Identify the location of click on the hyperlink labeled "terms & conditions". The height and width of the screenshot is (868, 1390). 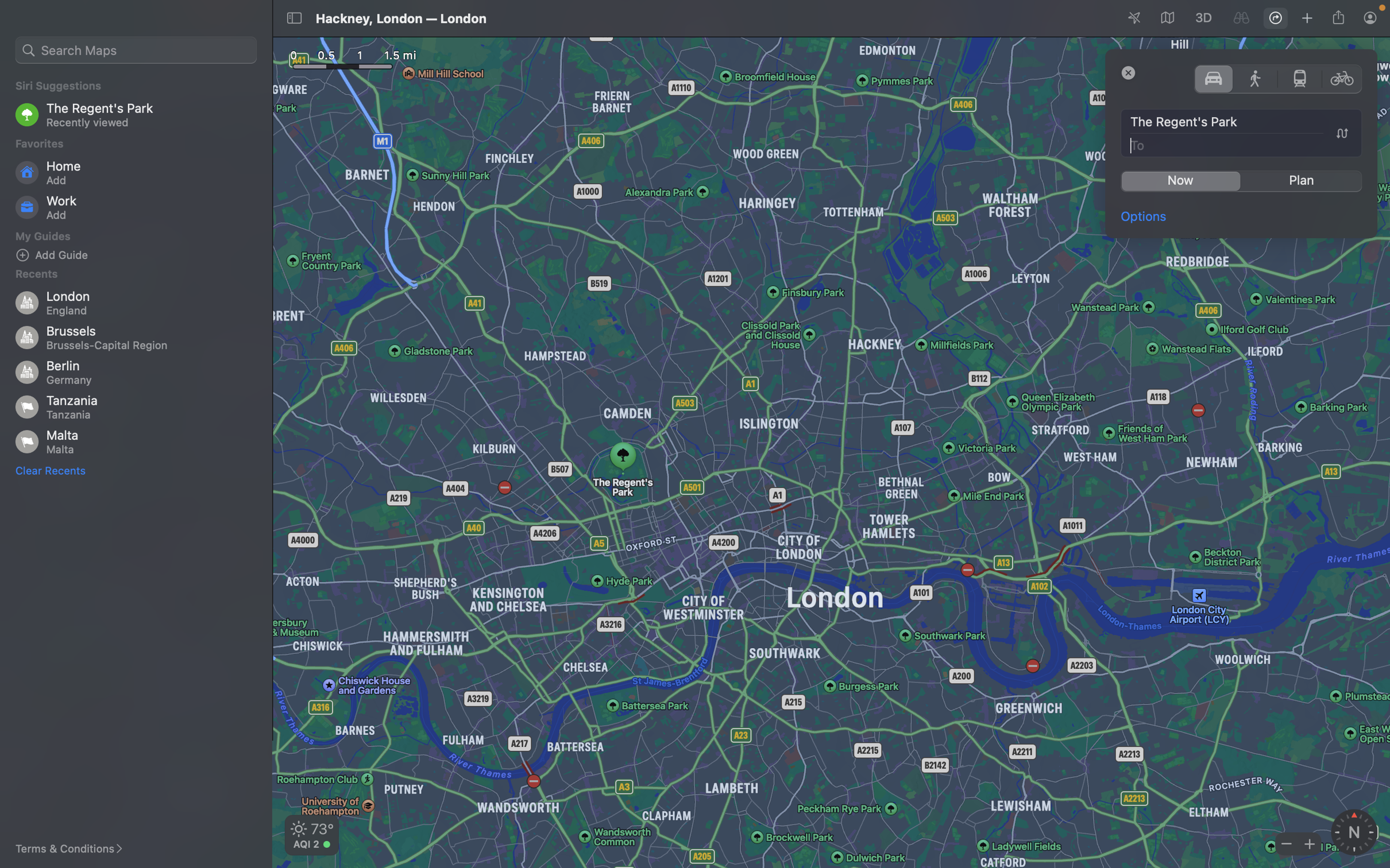
(76, 848).